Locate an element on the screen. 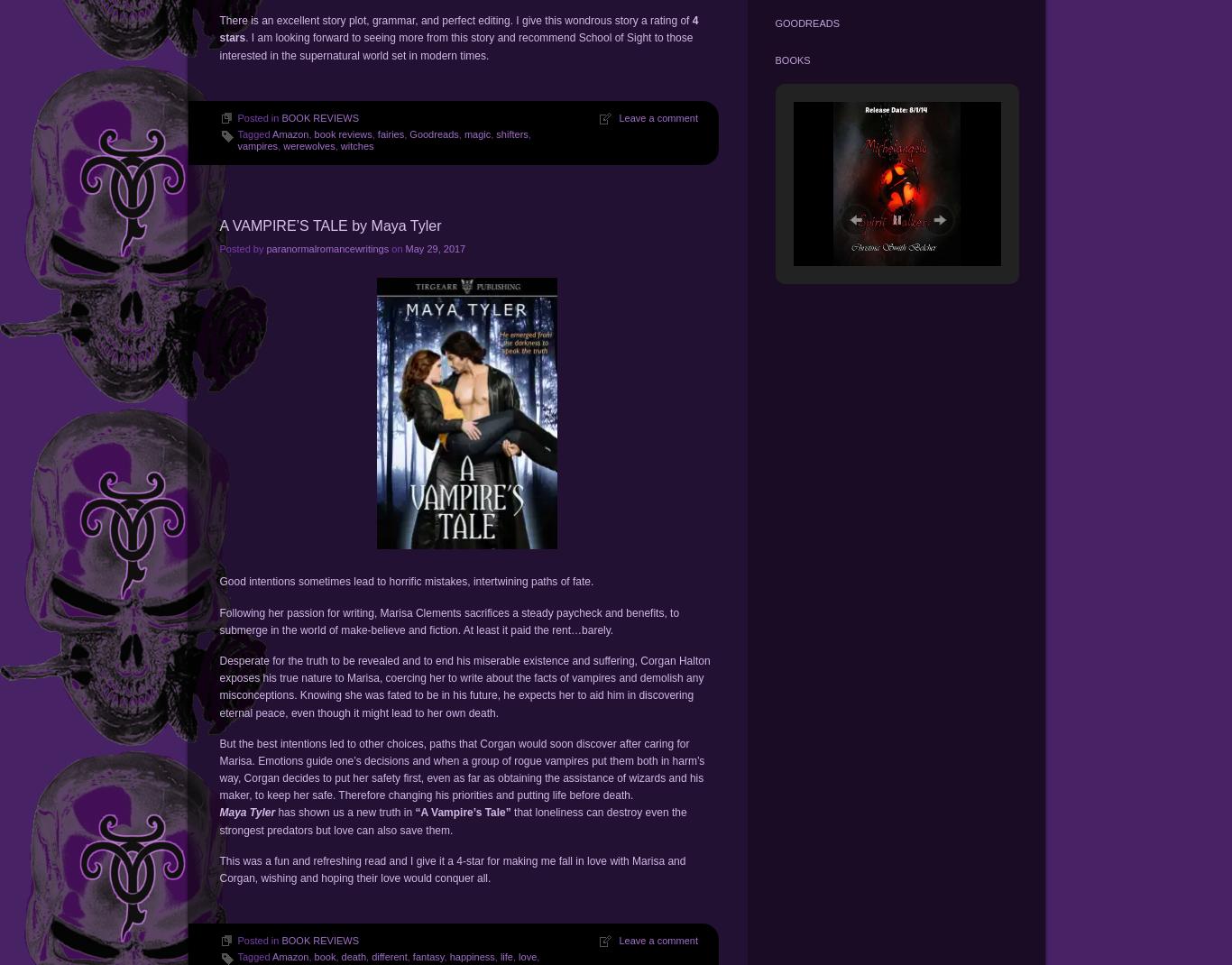  '. I am looking forward to seeing more from this story and recommend School of Sight to those interested in the supernatural world set in modern times.' is located at coordinates (219, 45).